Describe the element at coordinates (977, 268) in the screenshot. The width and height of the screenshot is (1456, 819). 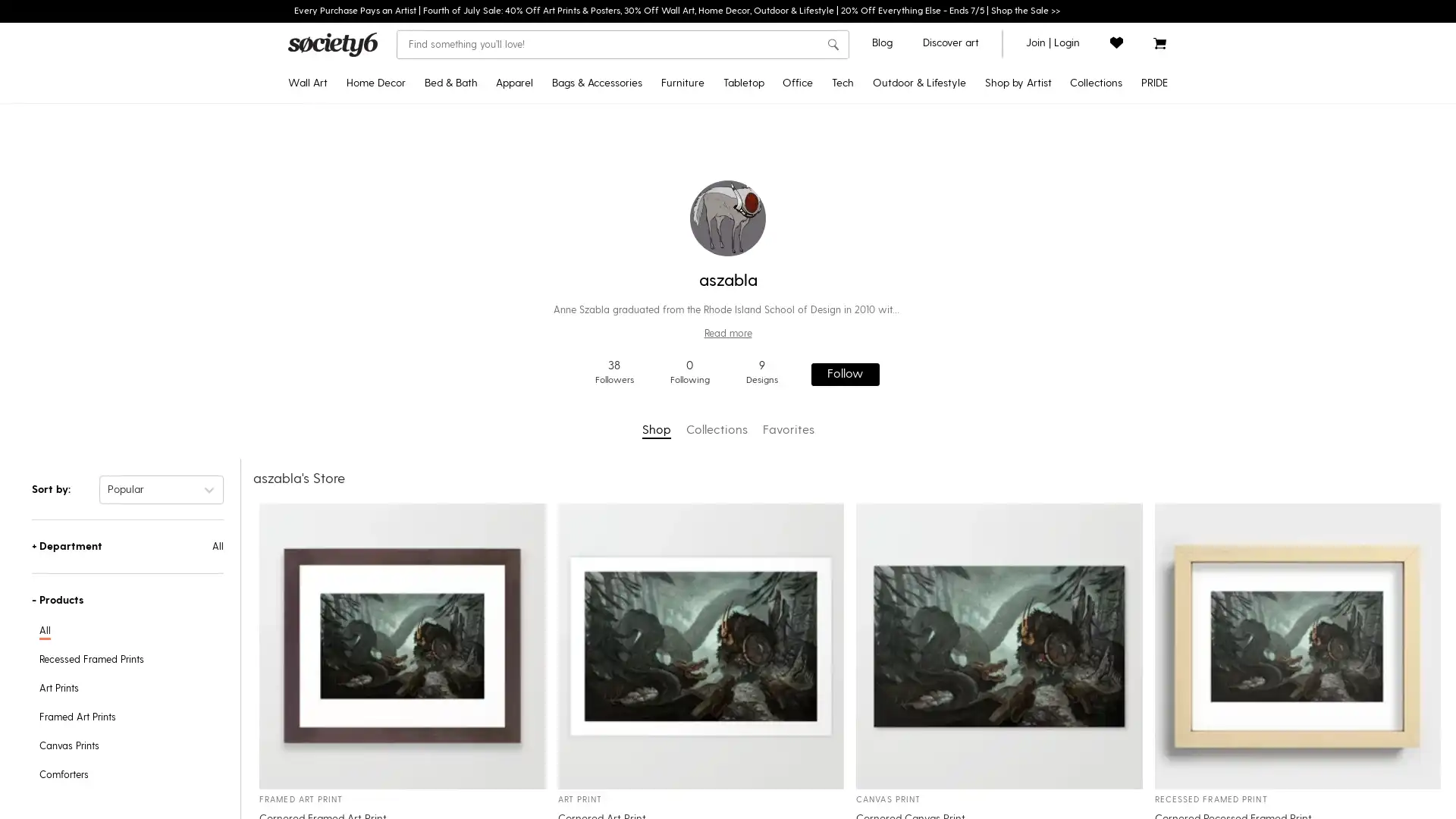
I see `Support Ukrainian Artists` at that location.